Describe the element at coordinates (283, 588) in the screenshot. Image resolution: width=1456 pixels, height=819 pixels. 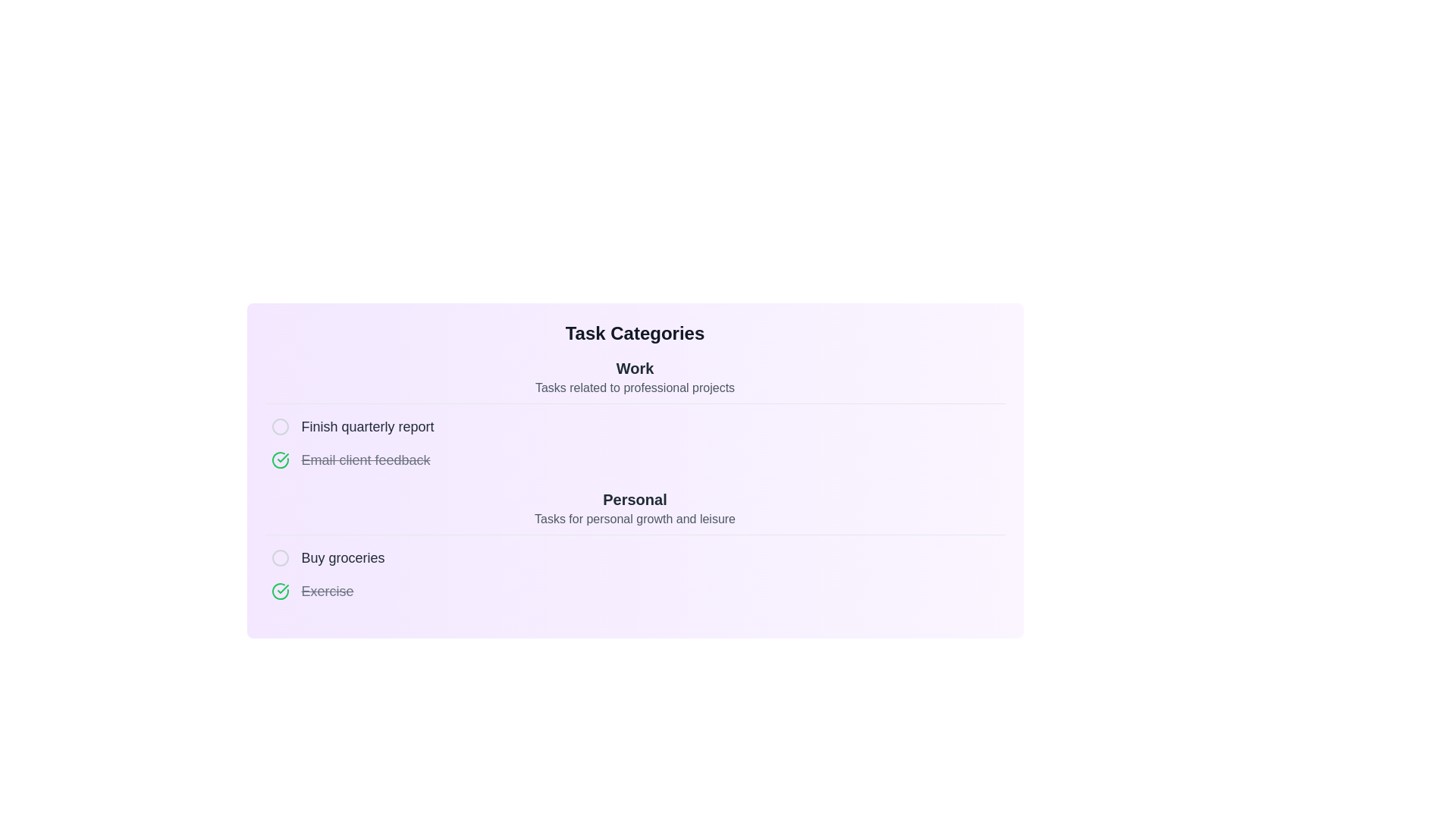
I see `the green checkmark icon associated with the task item 'Email client feedback' under the 'Work' category to signify its completion` at that location.